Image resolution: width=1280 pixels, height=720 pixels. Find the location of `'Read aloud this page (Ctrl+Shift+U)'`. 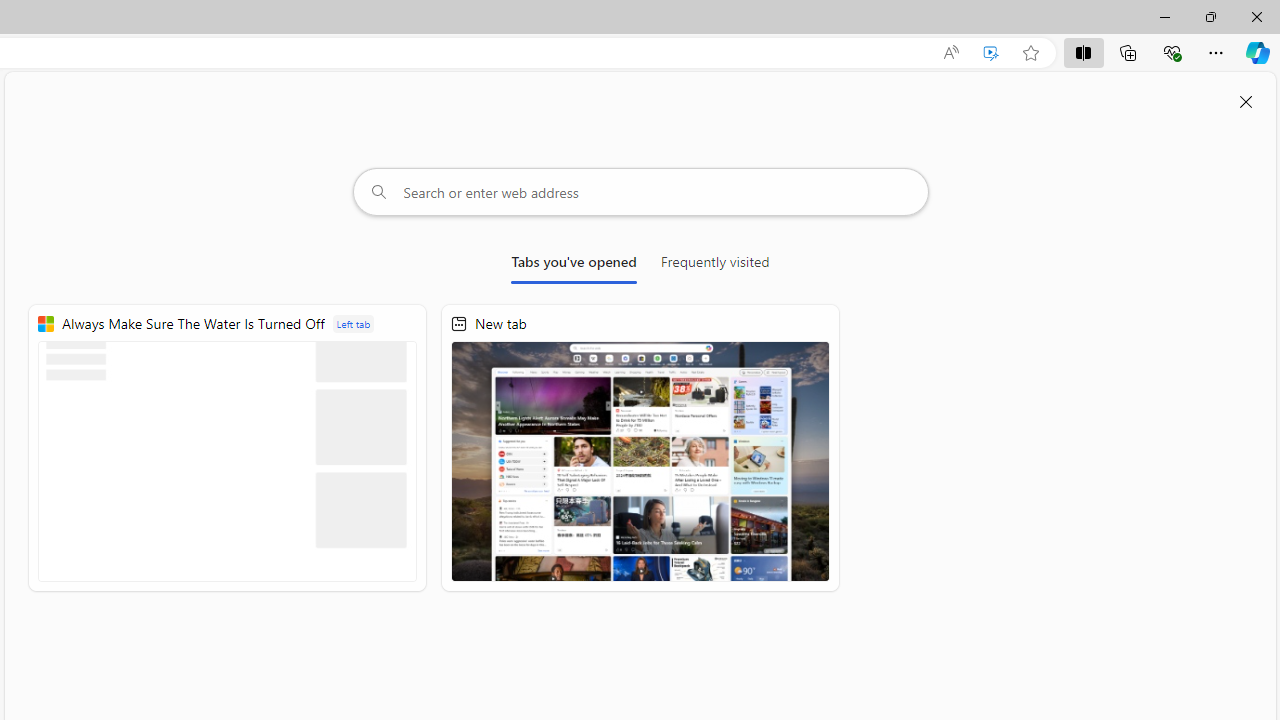

'Read aloud this page (Ctrl+Shift+U)' is located at coordinates (950, 52).